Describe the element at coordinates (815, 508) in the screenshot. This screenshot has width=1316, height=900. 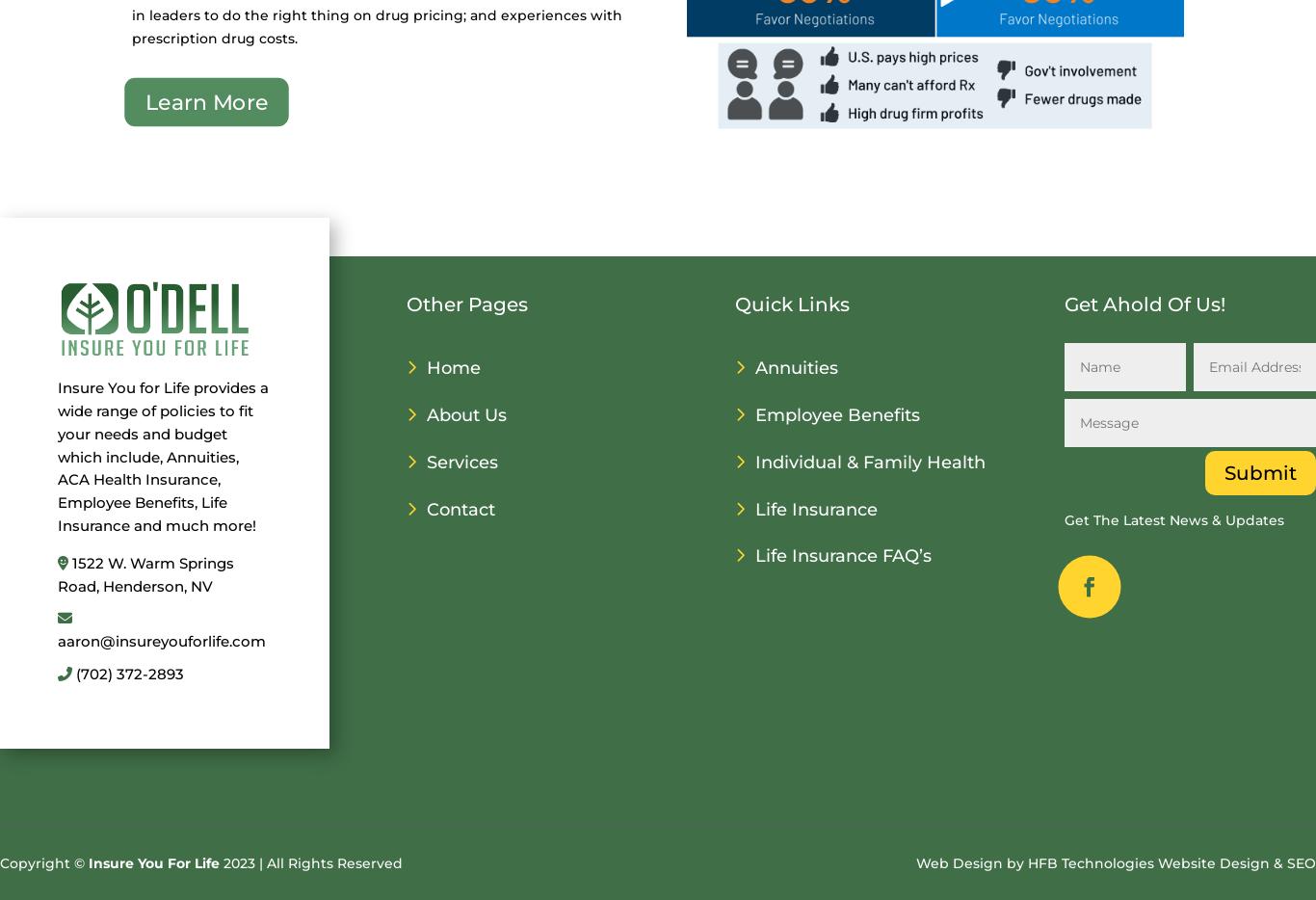
I see `'Life Insurance'` at that location.